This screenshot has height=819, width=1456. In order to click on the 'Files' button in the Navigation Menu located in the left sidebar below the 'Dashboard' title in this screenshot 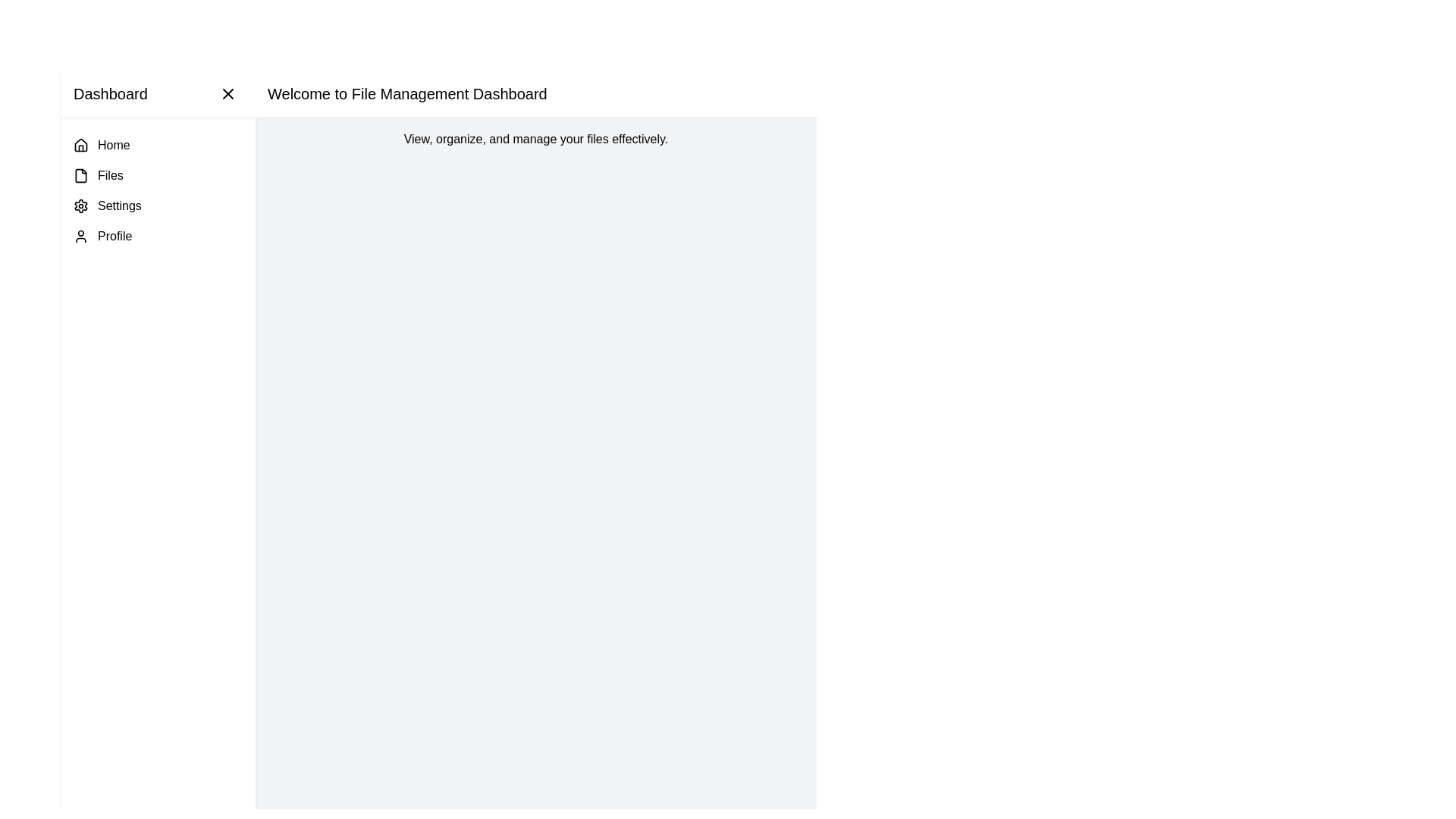, I will do `click(158, 190)`.